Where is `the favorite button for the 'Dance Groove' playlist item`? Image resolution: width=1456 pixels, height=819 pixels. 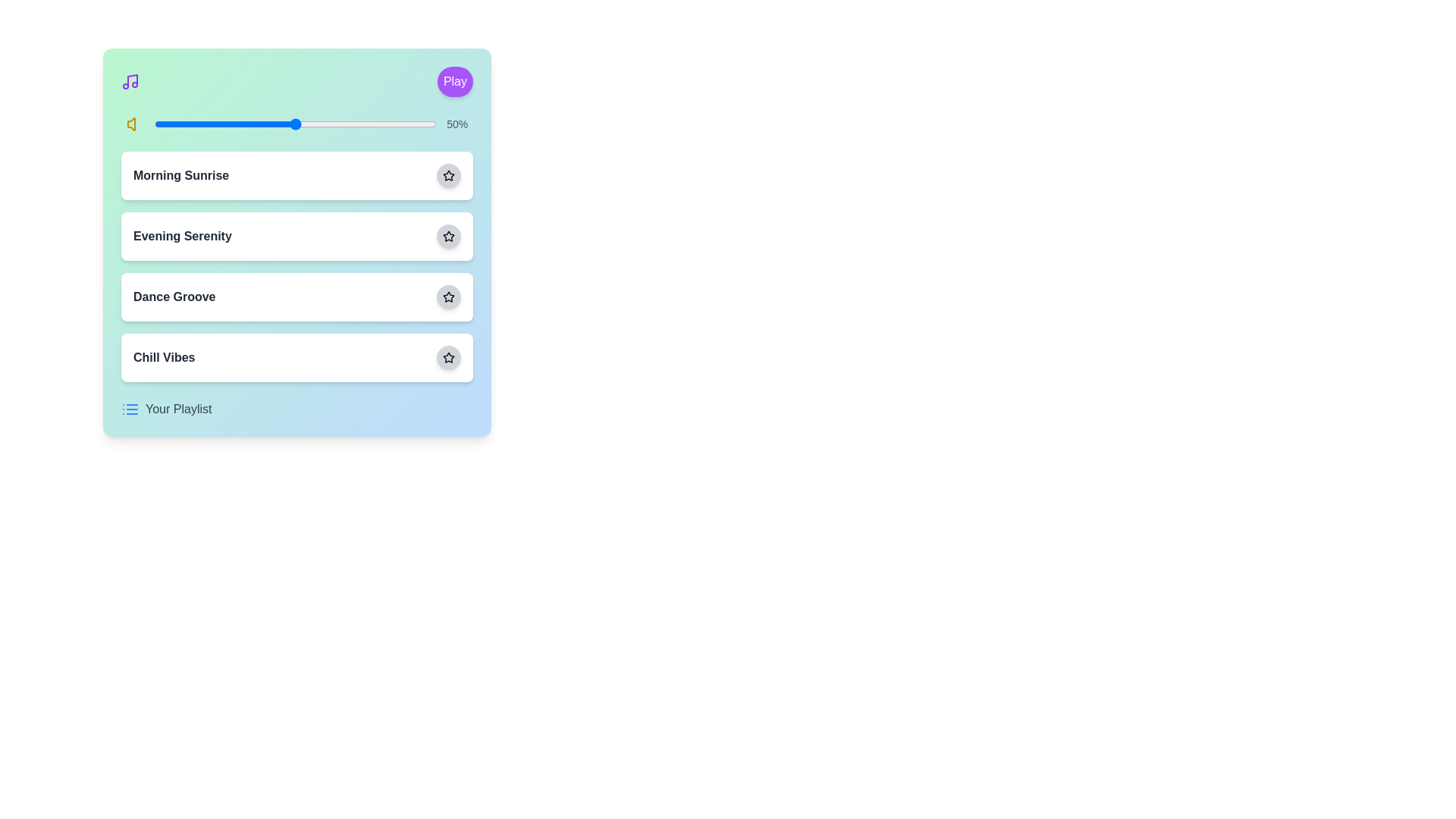 the favorite button for the 'Dance Groove' playlist item is located at coordinates (447, 297).